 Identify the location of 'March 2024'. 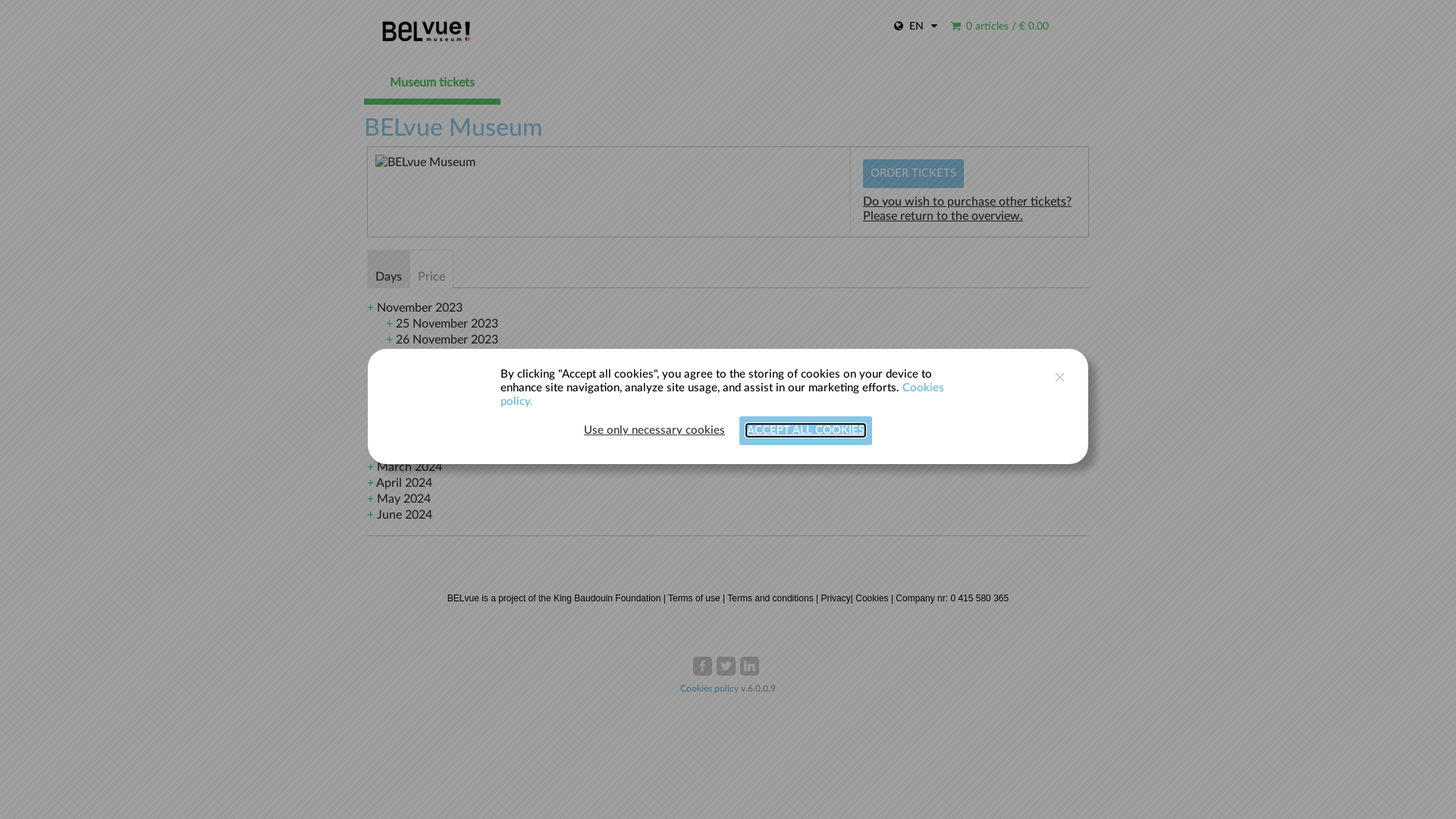
(409, 466).